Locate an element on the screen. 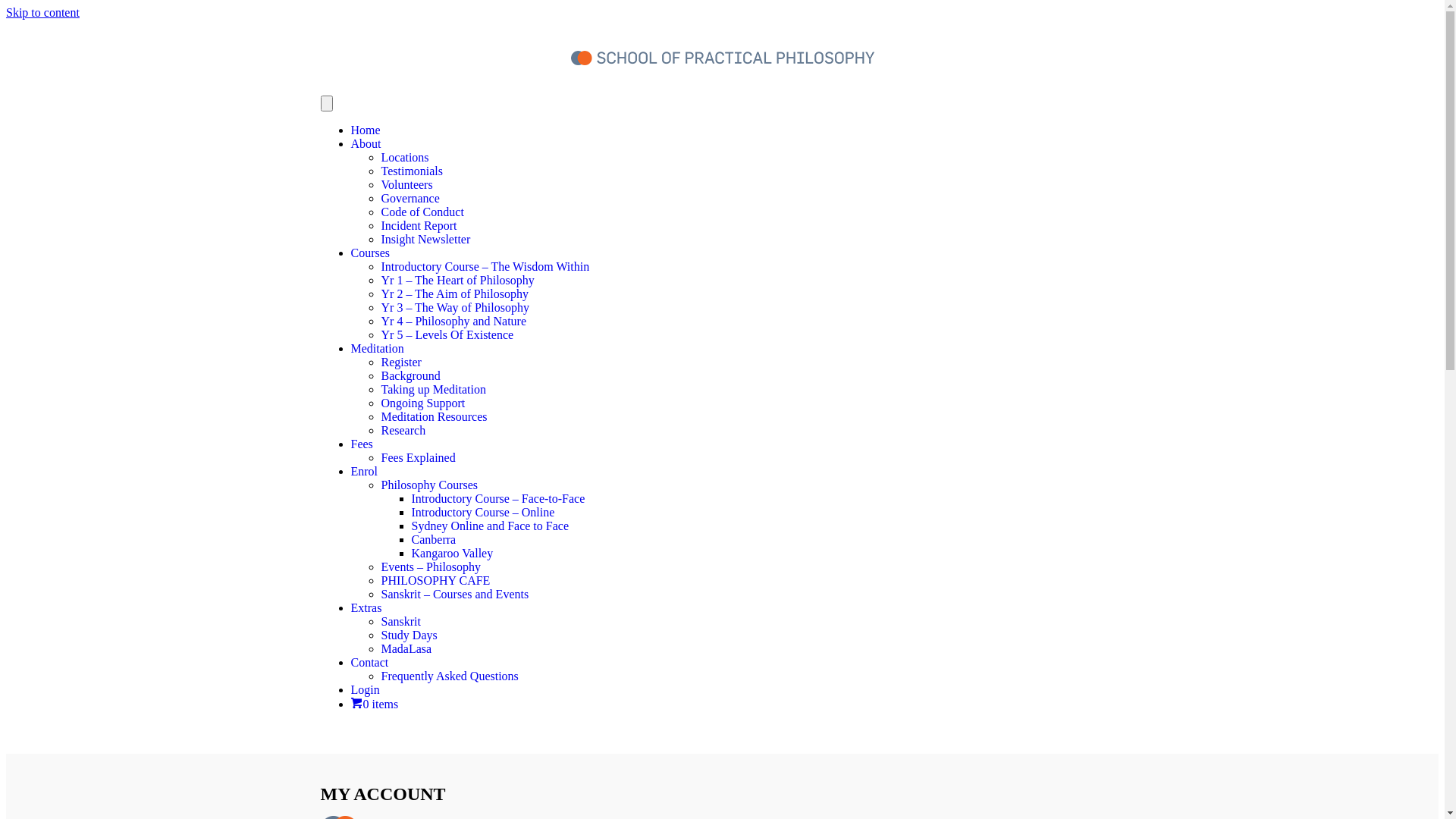 The width and height of the screenshot is (1456, 819). 'PHILOSOPHY CAFE' is located at coordinates (435, 580).